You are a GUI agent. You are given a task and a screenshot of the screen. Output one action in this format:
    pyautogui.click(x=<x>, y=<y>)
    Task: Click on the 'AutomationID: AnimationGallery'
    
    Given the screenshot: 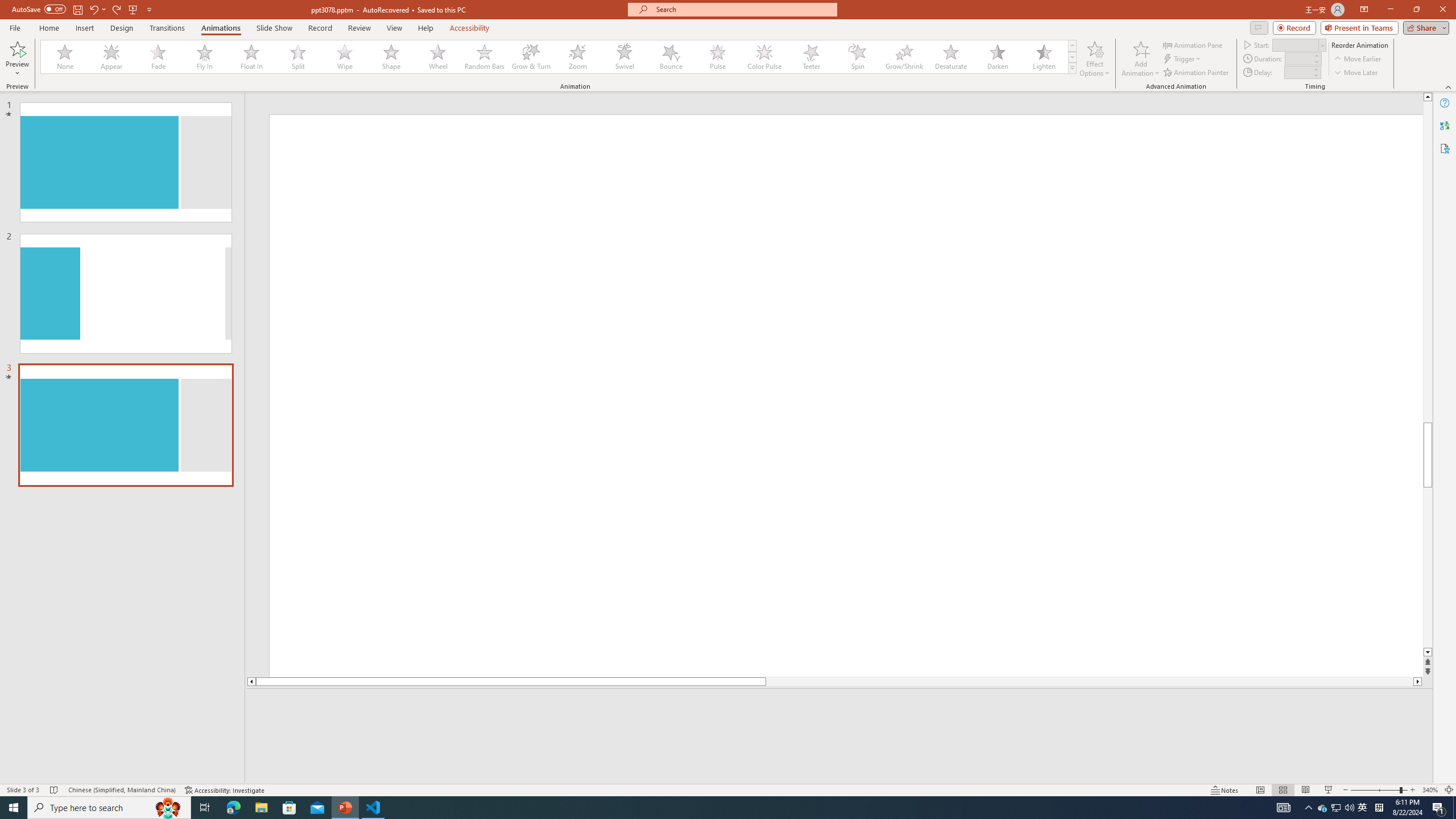 What is the action you would take?
    pyautogui.click(x=559, y=56)
    